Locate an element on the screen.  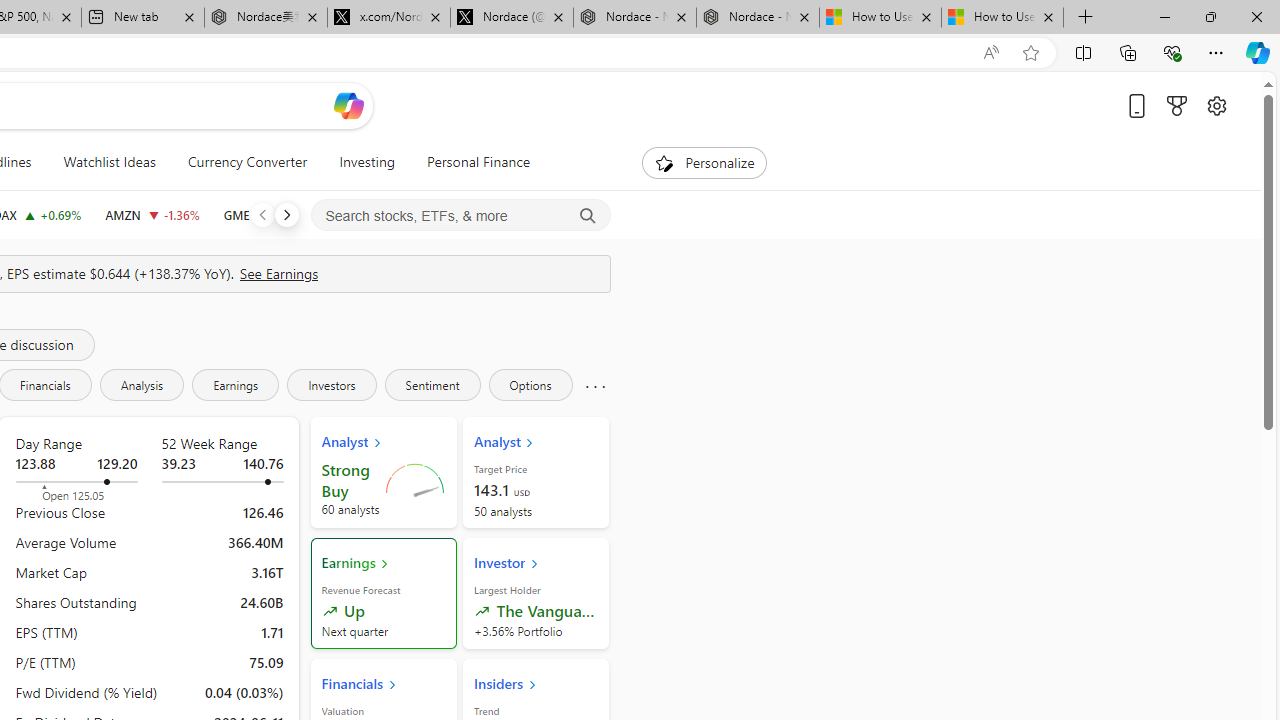
'GME GAMESTOP CORP. decrease 20.74 -0.62 -2.90%' is located at coordinates (265, 214).